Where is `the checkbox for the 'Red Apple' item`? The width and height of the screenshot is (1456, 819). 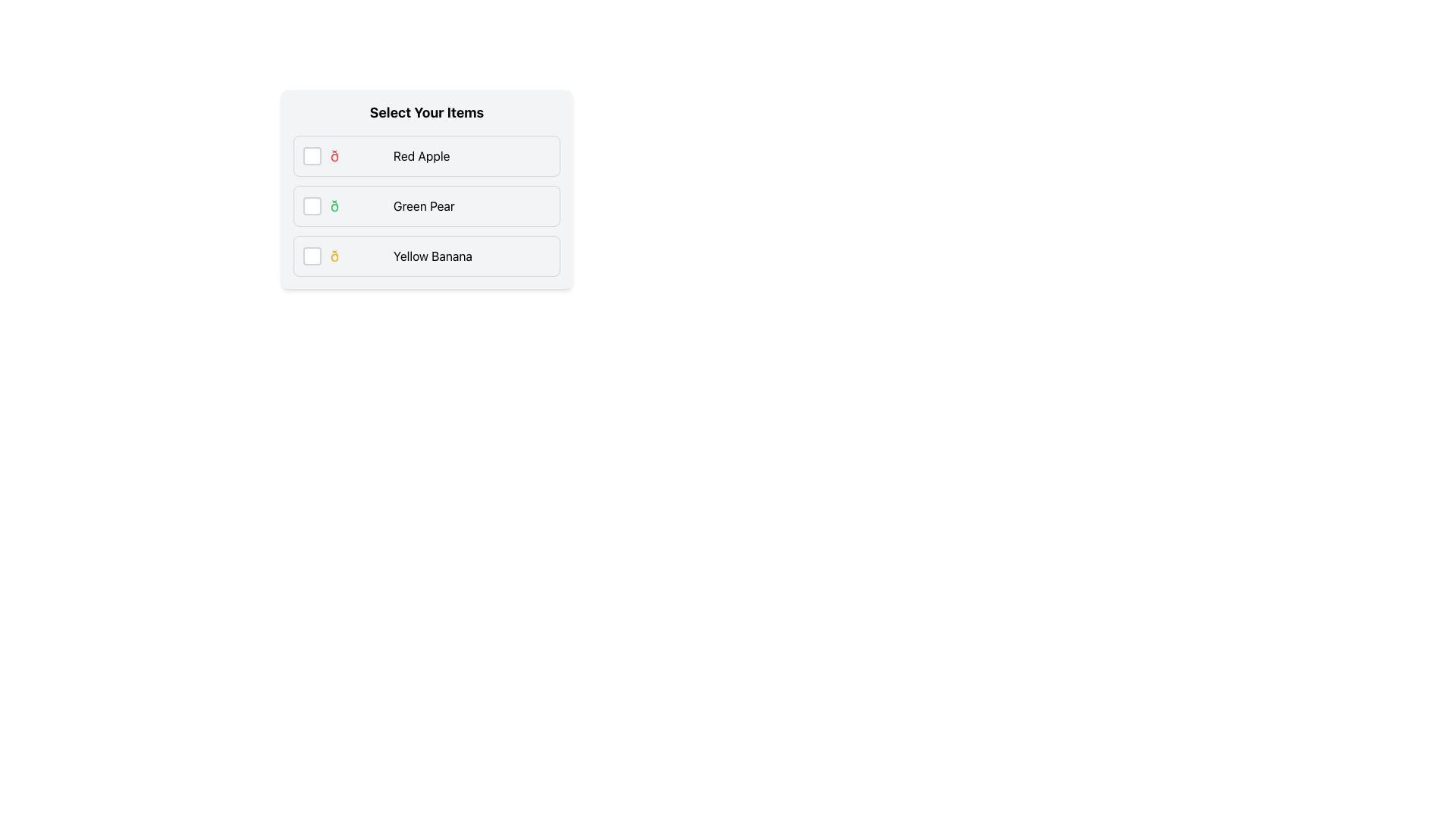
the checkbox for the 'Red Apple' item is located at coordinates (312, 155).